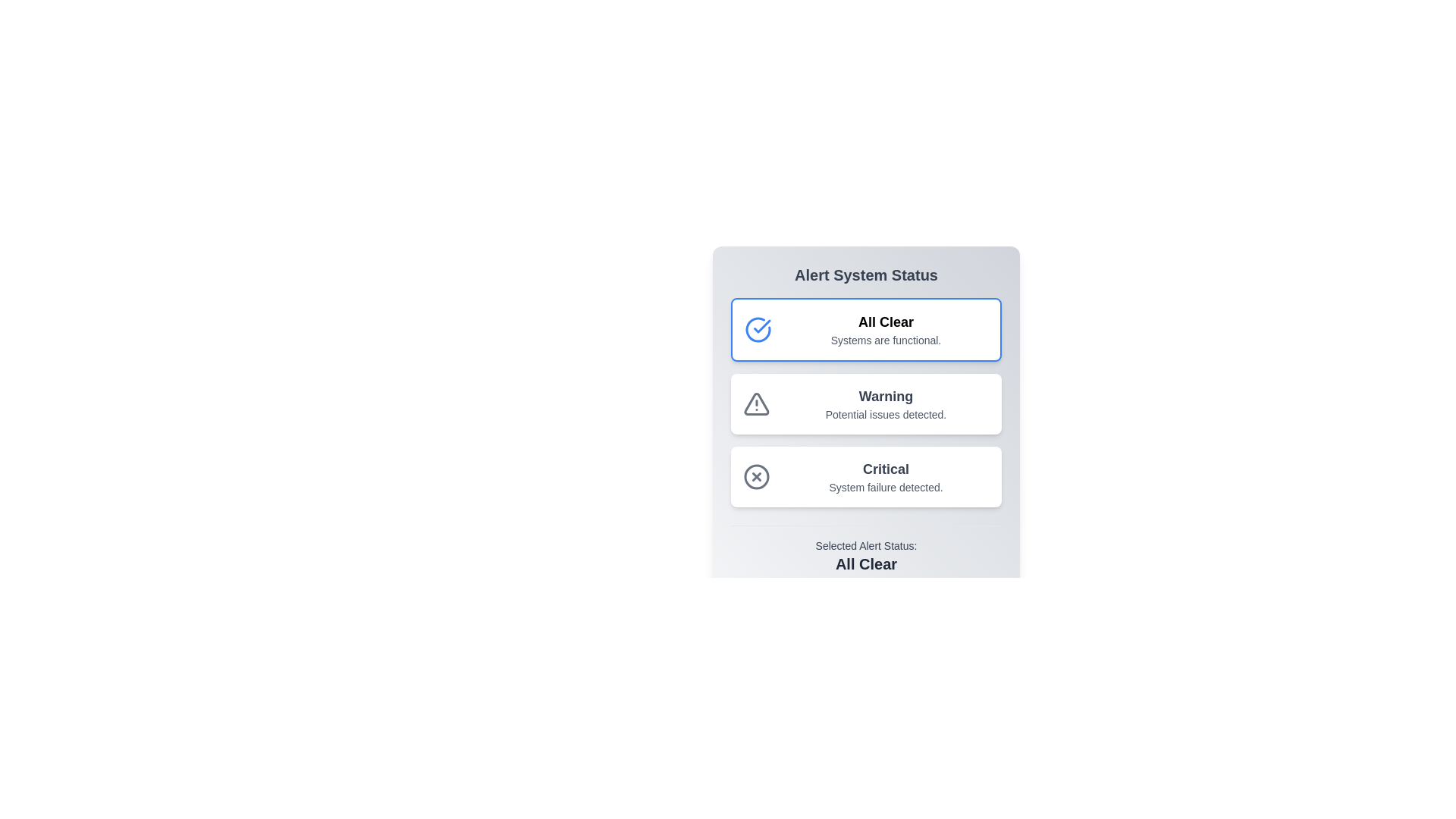 This screenshot has height=819, width=1456. What do you see at coordinates (866, 402) in the screenshot?
I see `the second selectable list item representing the alert status option to confirm the selection, which updates the user's alert status to 'Warning'` at bounding box center [866, 402].